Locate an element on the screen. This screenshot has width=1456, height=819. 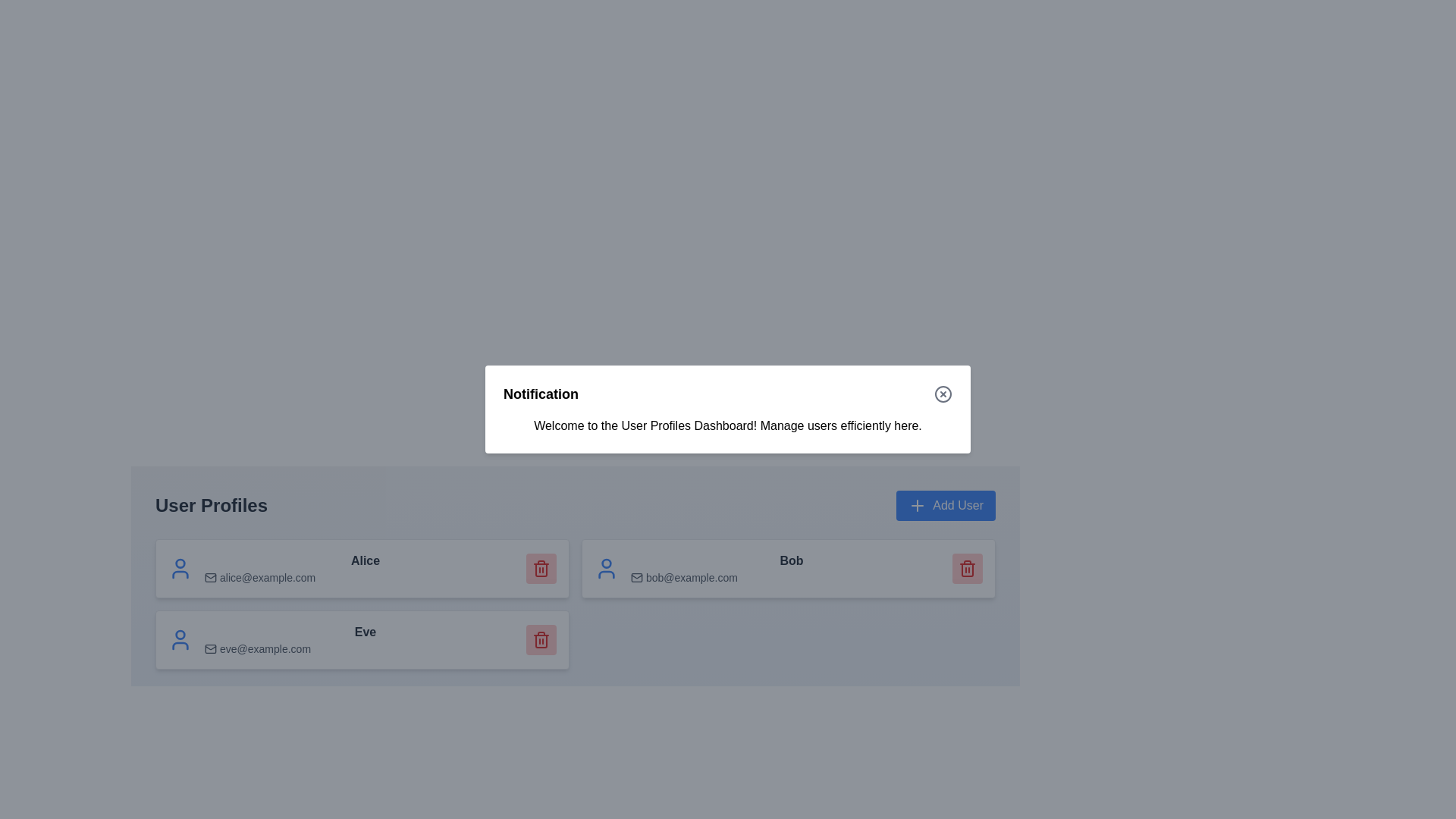
the Informational Card that displays notifications or instructions, centrally located in the view with a darkened background is located at coordinates (728, 409).